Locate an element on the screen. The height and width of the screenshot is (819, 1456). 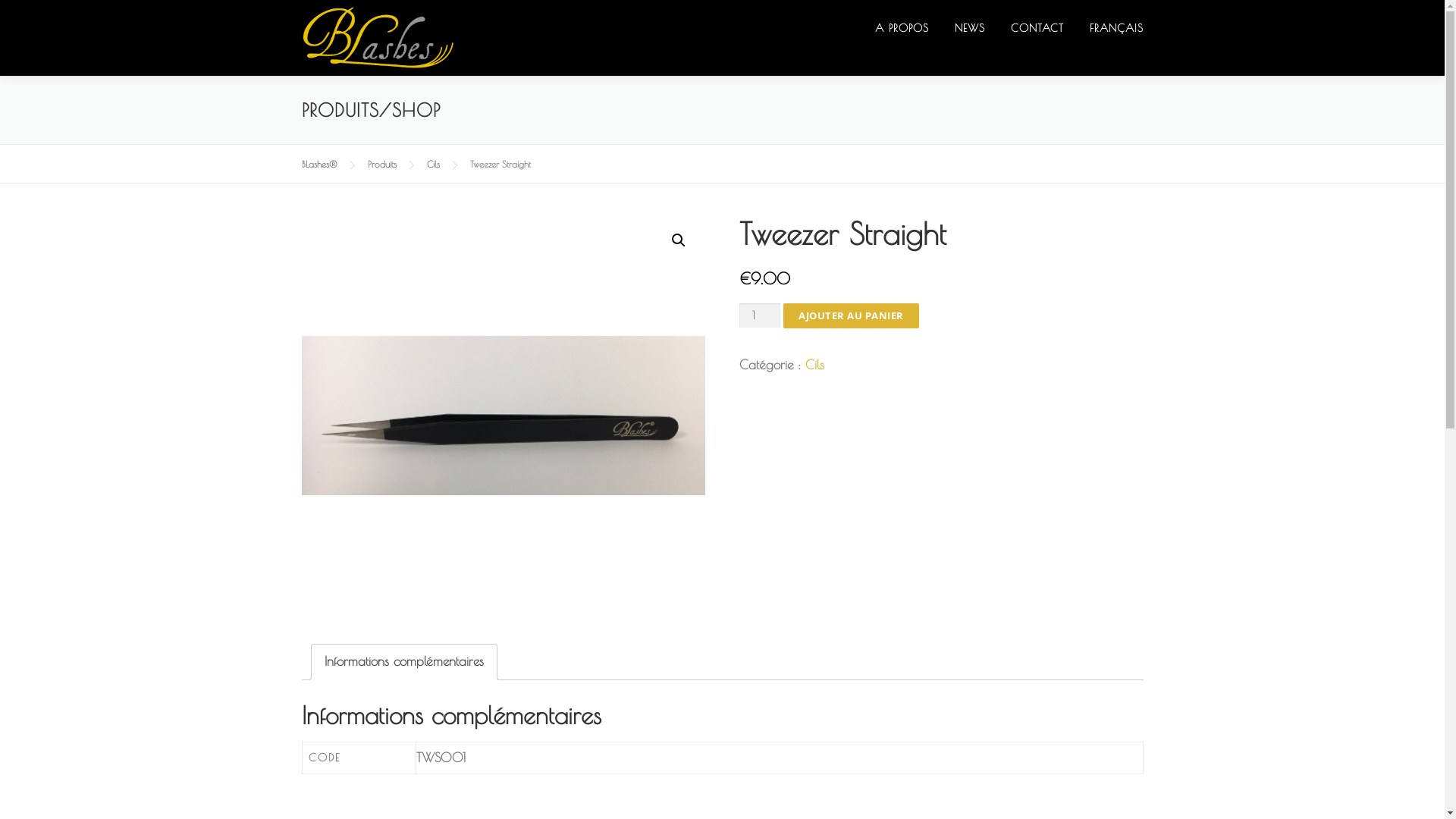
'Produits' is located at coordinates (381, 164).